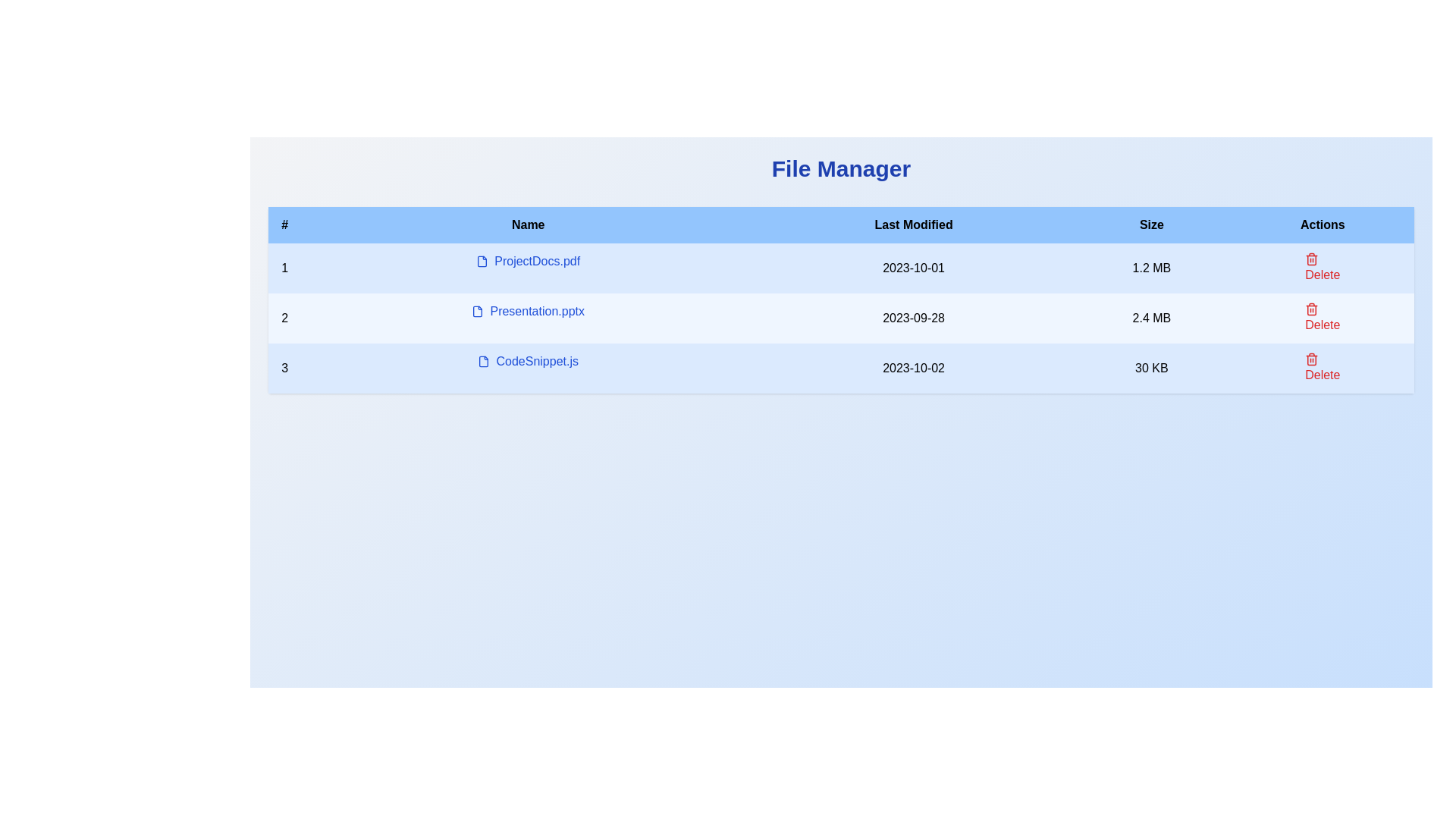  Describe the element at coordinates (1322, 369) in the screenshot. I see `the third 'Delete' button in the 'Actions' column of the 'File Manager'` at that location.